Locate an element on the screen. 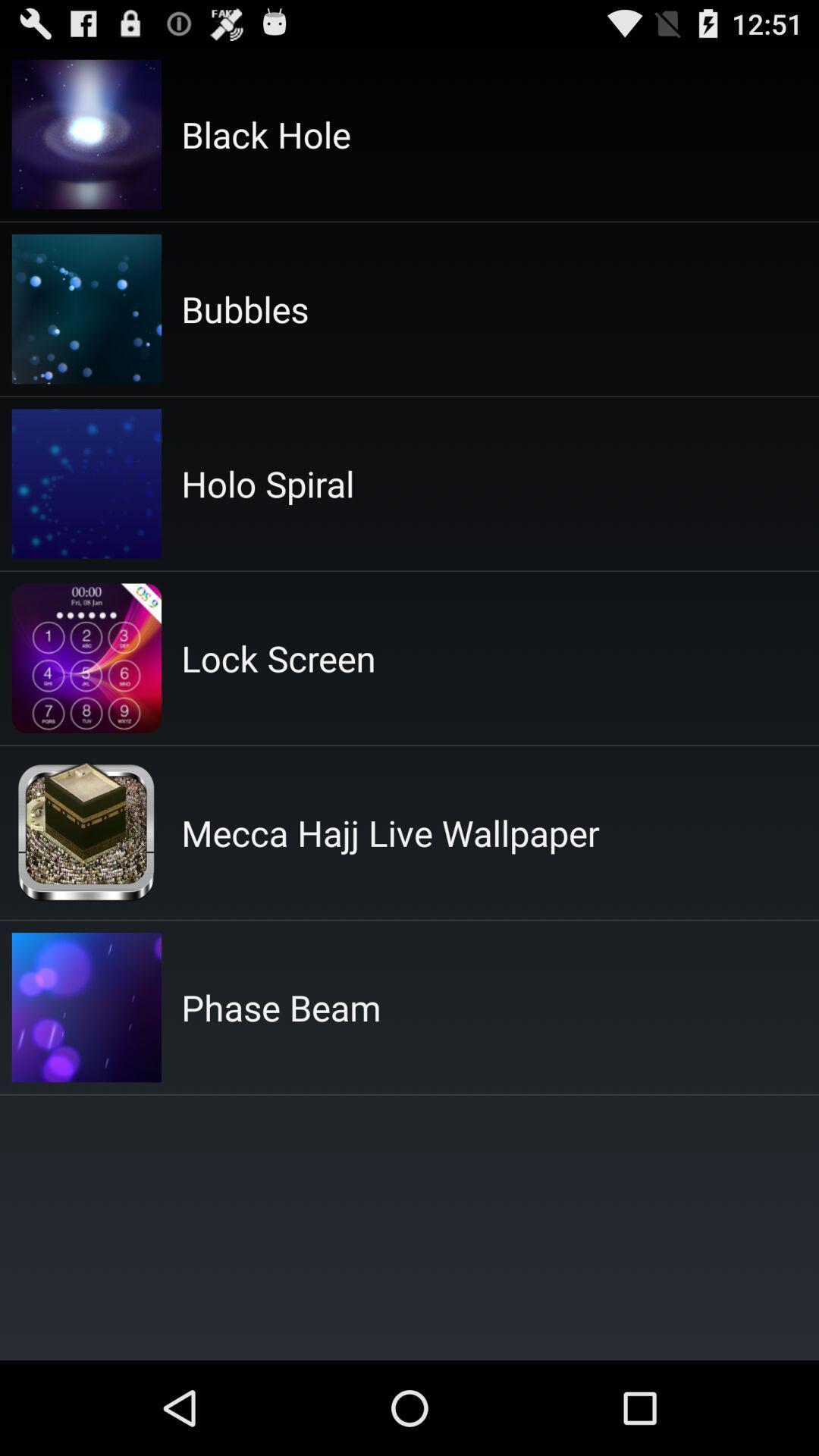 The image size is (819, 1456). lock screen icon is located at coordinates (278, 658).